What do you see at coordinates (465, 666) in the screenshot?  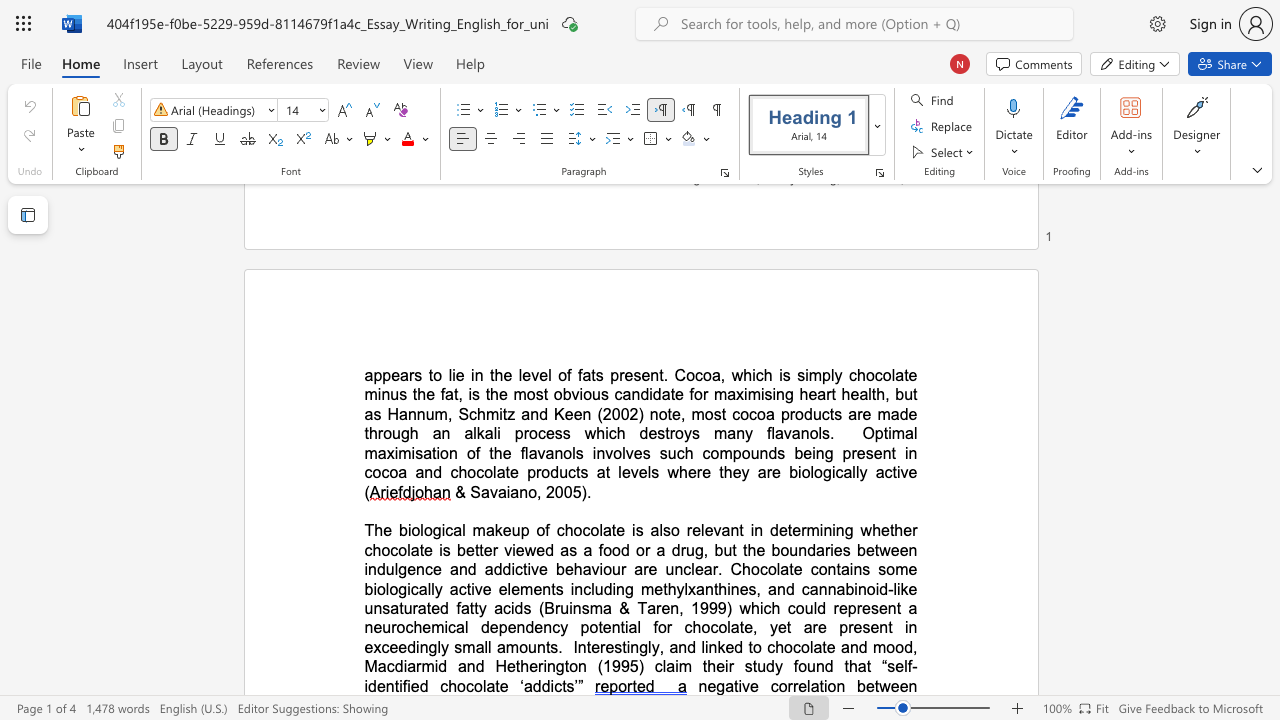 I see `the subset text "nd Hetherington (1995) claim their study found that “self-identified chocolate" within the text "mood, Macdiarmid and Hetherington (1995) claim their study found that “self-identified chocolate ‘addicts’”"` at bounding box center [465, 666].